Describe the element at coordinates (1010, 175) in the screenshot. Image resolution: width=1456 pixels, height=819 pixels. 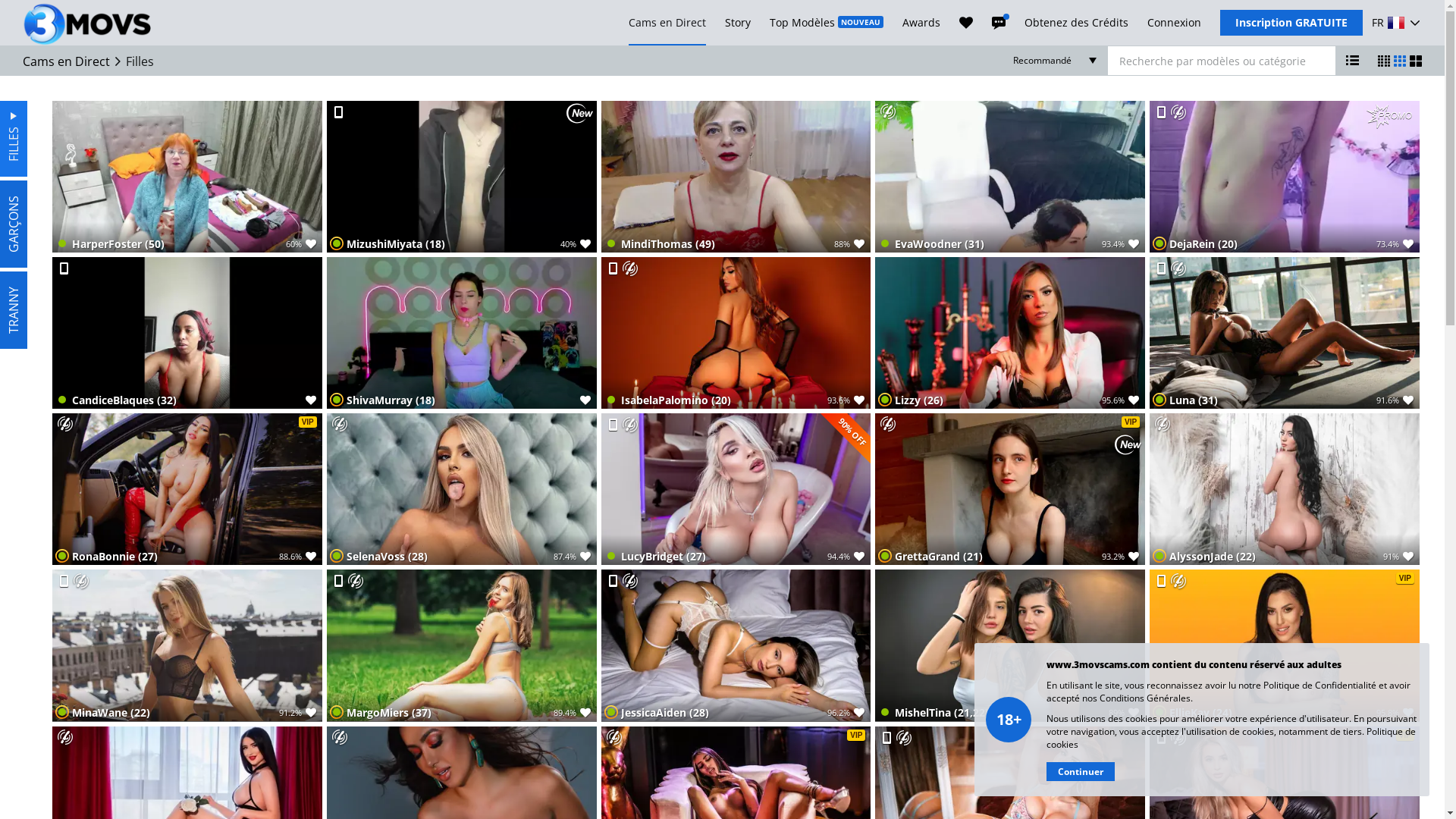
I see `'EvaWoodner (31)` at that location.